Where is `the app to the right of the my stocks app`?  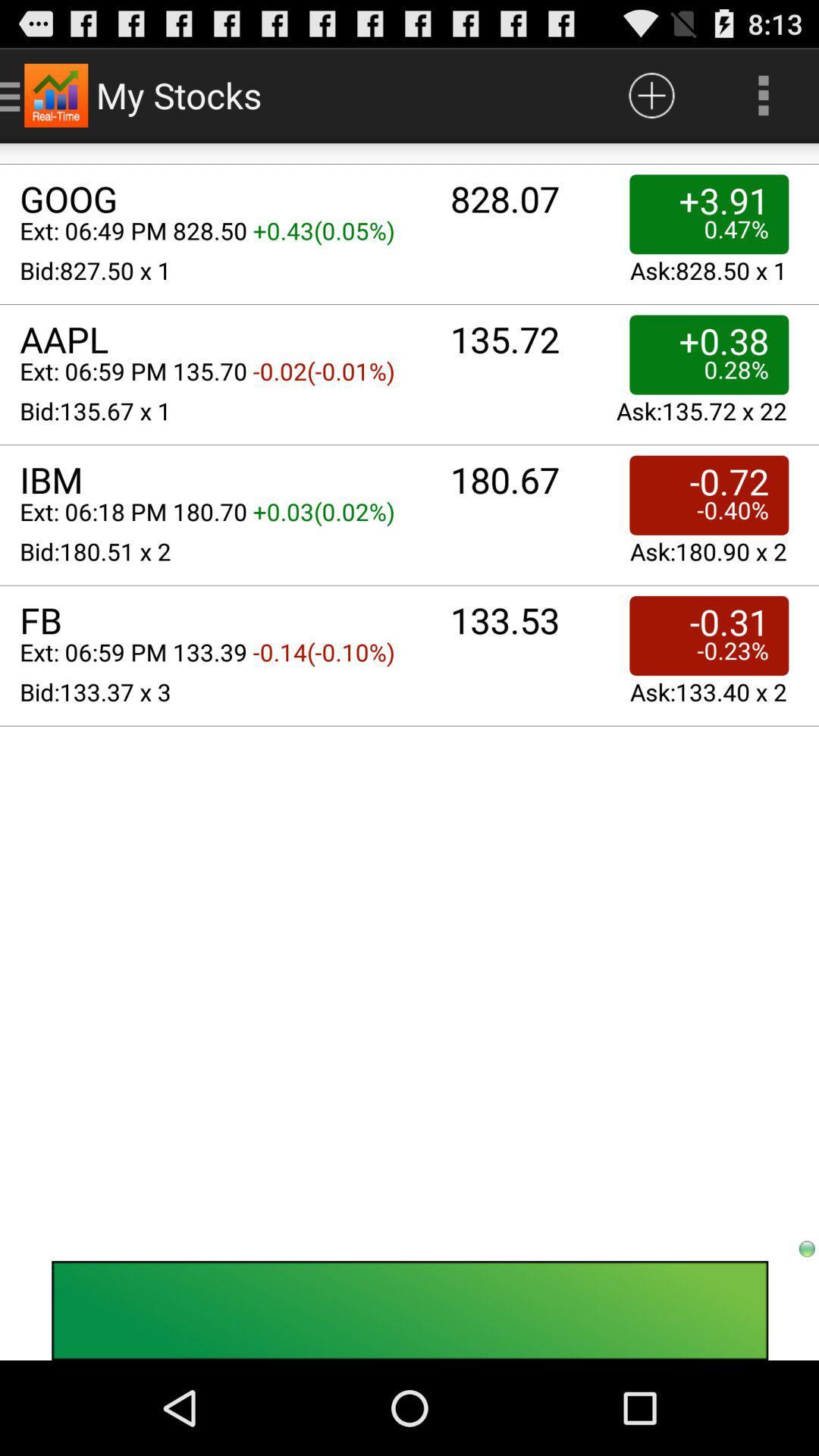
the app to the right of the my stocks app is located at coordinates (651, 94).